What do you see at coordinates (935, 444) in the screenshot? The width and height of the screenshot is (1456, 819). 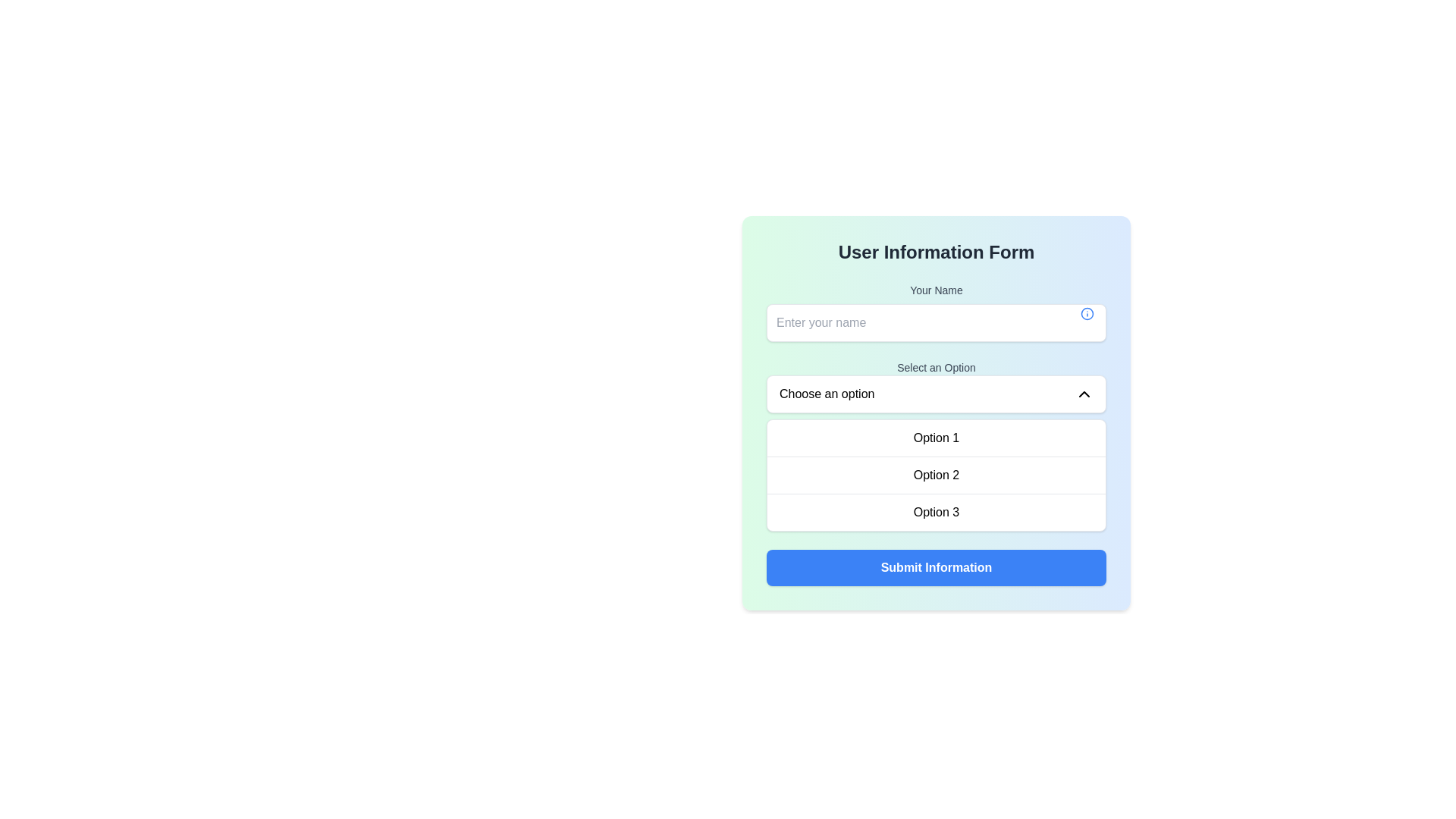 I see `the Dropdown menu within the 'User Information Form', located between the 'Your Name' input field and the 'Submit Information' button` at bounding box center [935, 444].